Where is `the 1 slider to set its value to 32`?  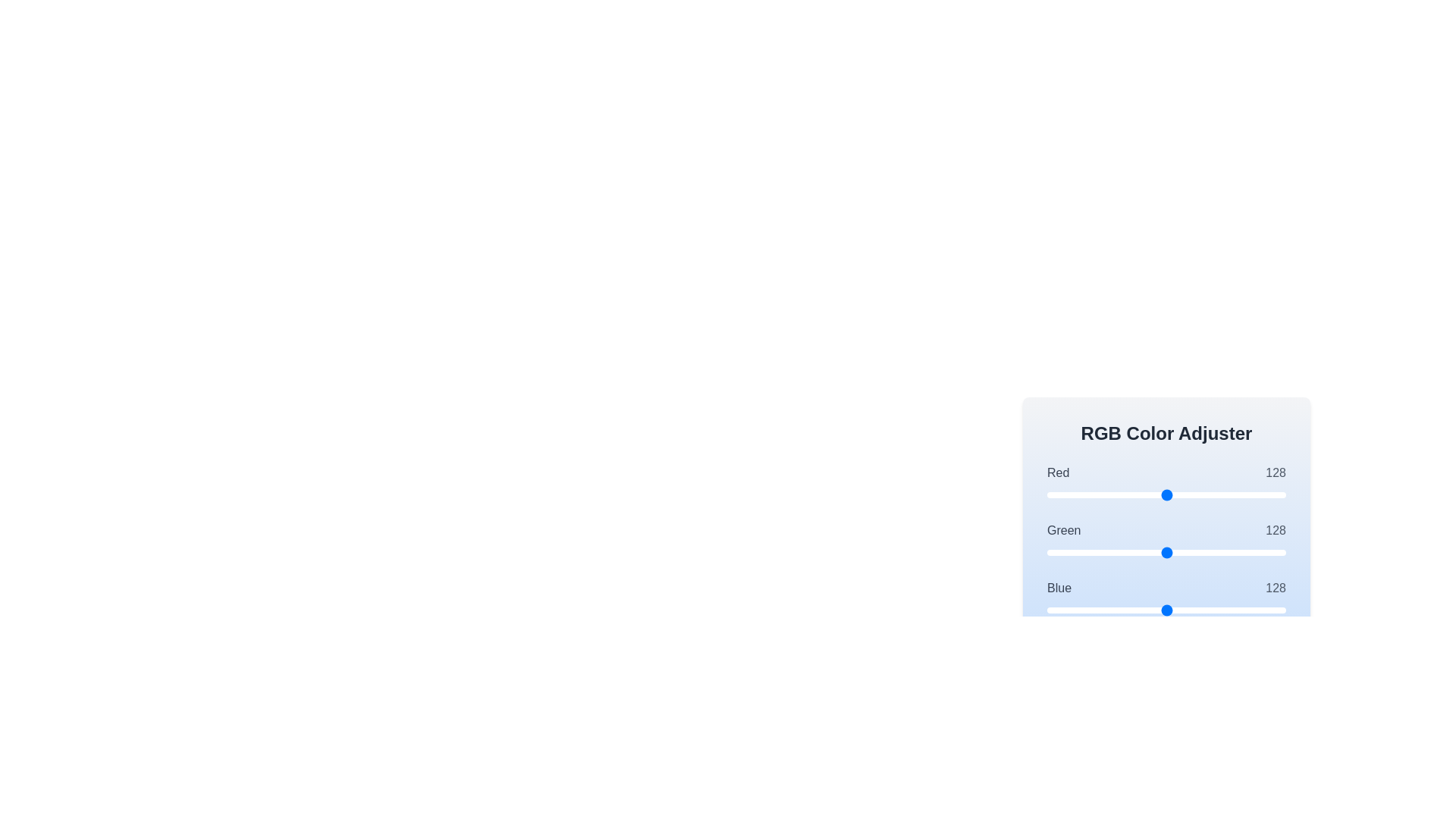
the 1 slider to set its value to 32 is located at coordinates (1076, 553).